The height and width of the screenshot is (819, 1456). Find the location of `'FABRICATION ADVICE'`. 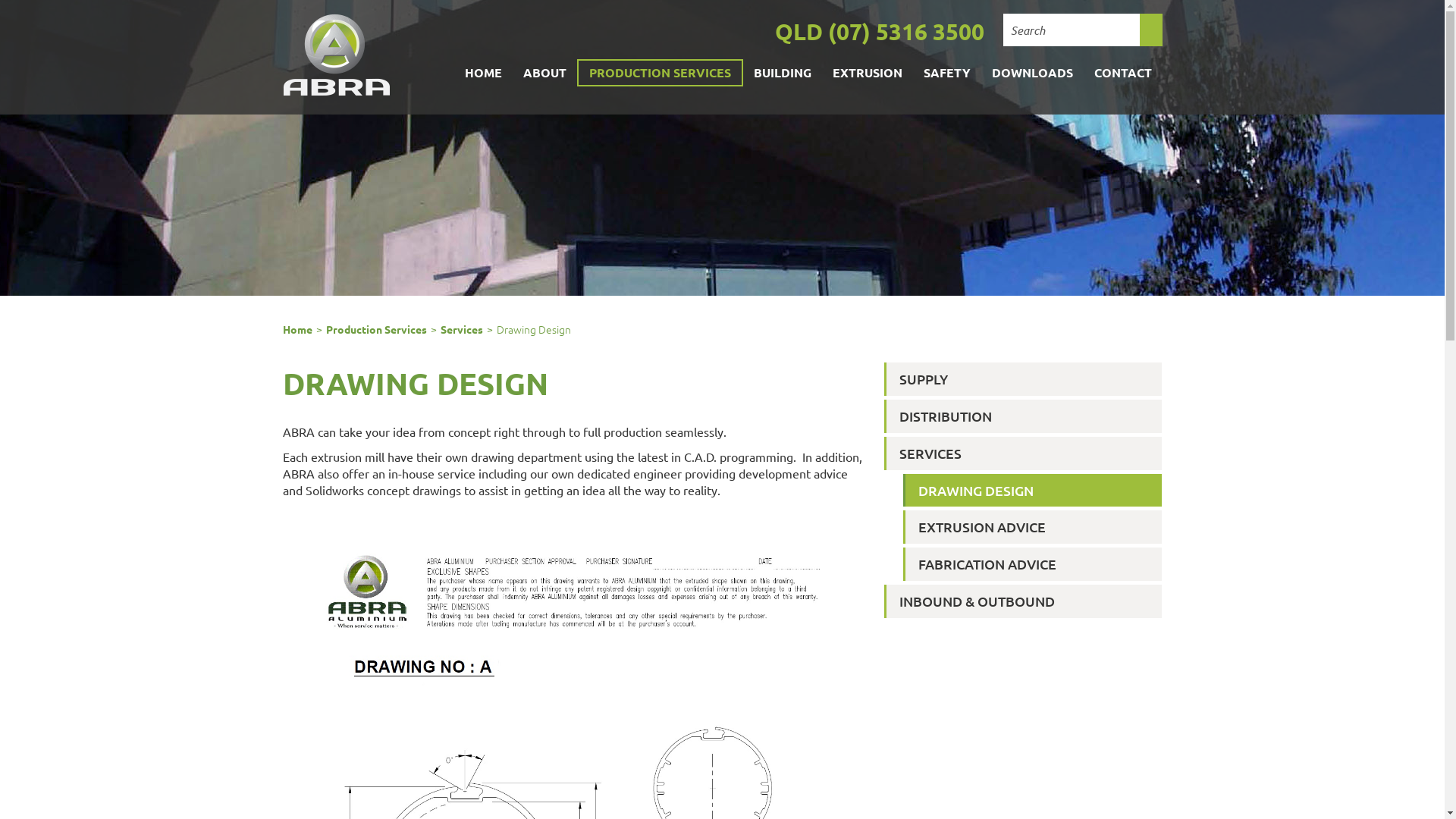

'FABRICATION ADVICE' is located at coordinates (1032, 564).